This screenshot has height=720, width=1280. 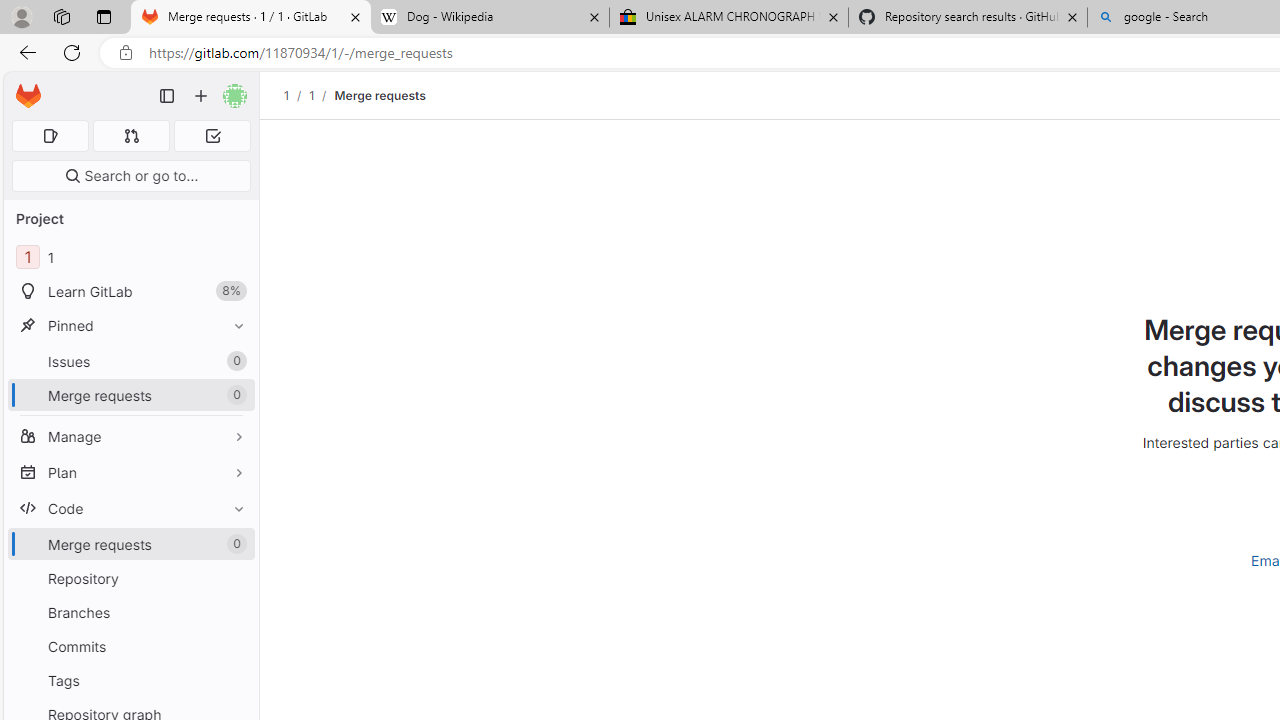 What do you see at coordinates (167, 96) in the screenshot?
I see `'Primary navigation sidebar'` at bounding box center [167, 96].